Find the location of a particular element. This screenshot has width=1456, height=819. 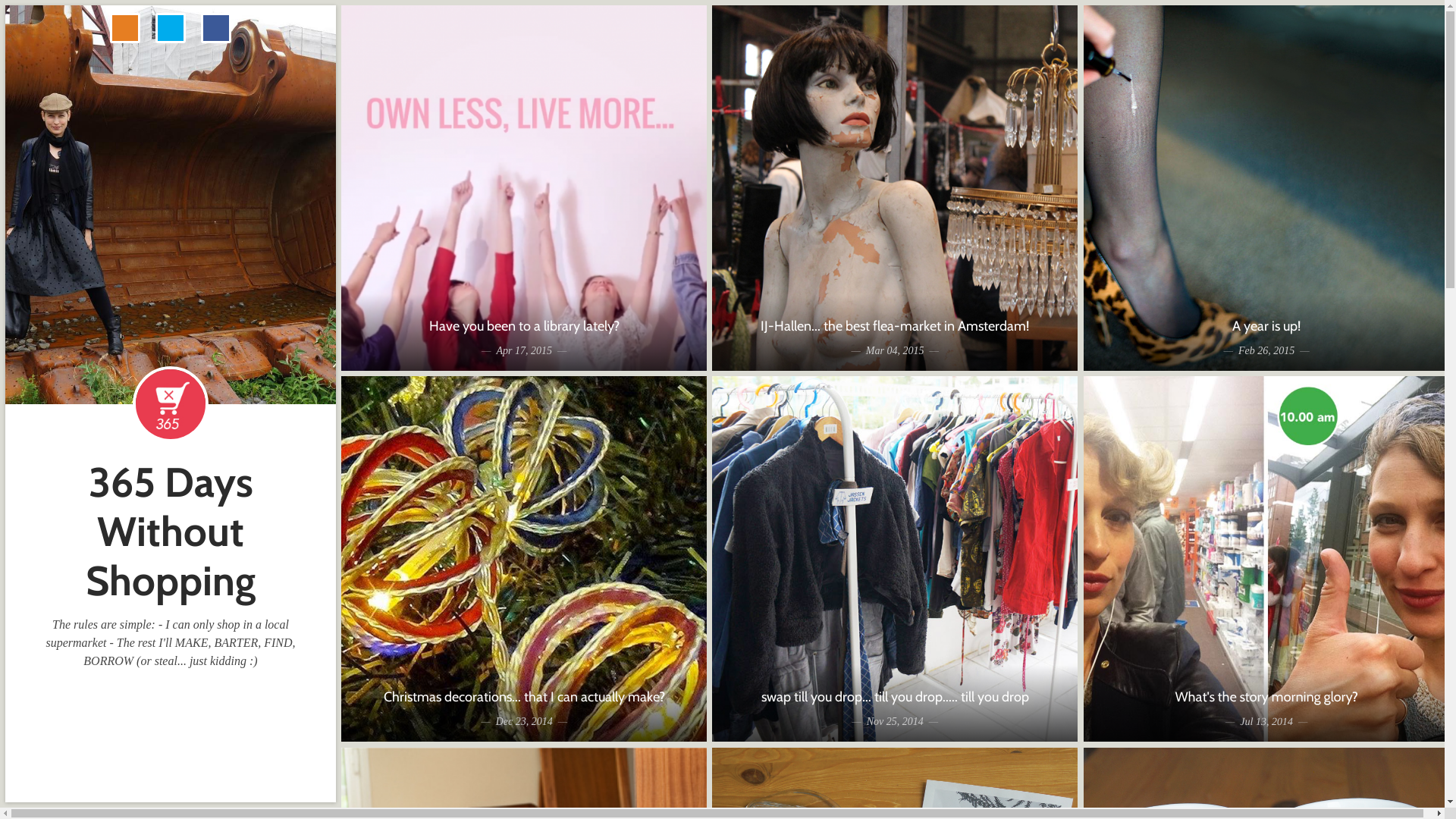

'365 Days Without Shopping' is located at coordinates (171, 531).